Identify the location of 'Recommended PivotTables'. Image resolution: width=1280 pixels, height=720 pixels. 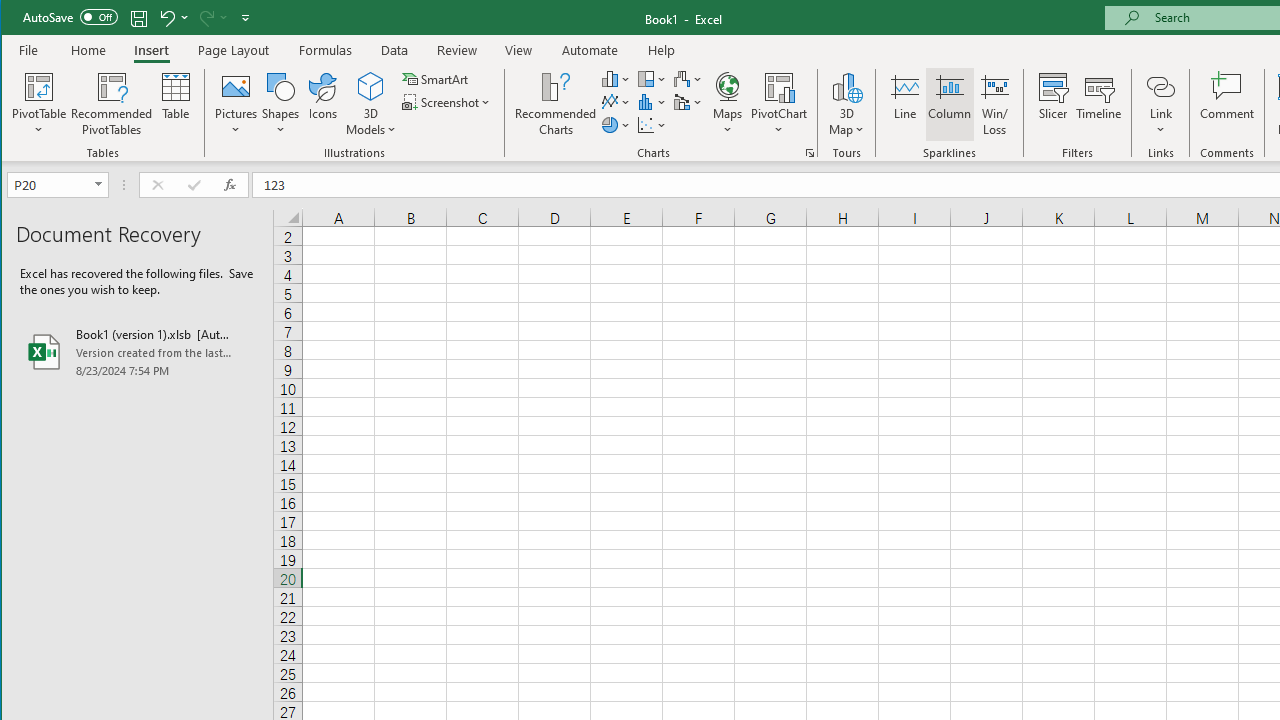
(111, 104).